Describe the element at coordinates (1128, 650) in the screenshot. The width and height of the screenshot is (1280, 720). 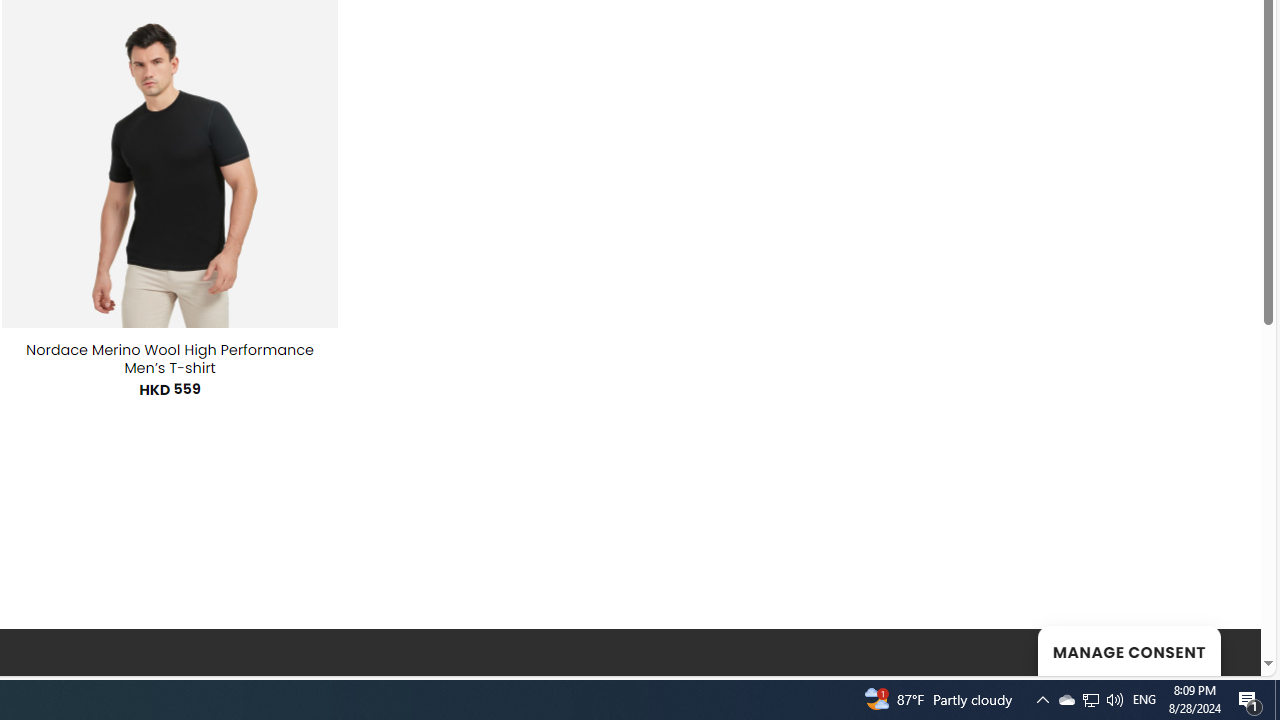
I see `'MANAGE CONSENT'` at that location.